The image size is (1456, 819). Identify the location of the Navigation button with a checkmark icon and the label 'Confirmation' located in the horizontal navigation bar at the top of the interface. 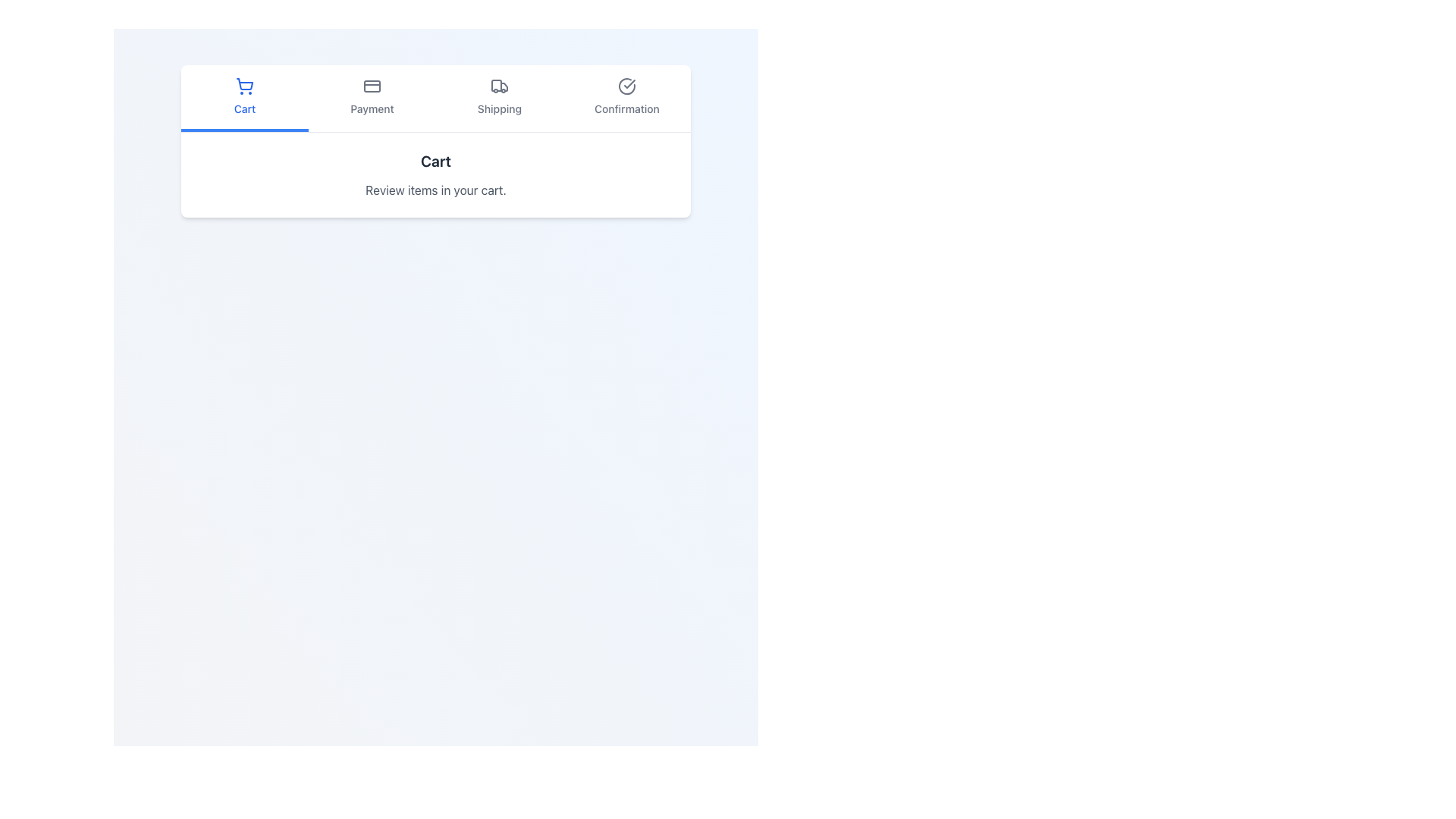
(626, 96).